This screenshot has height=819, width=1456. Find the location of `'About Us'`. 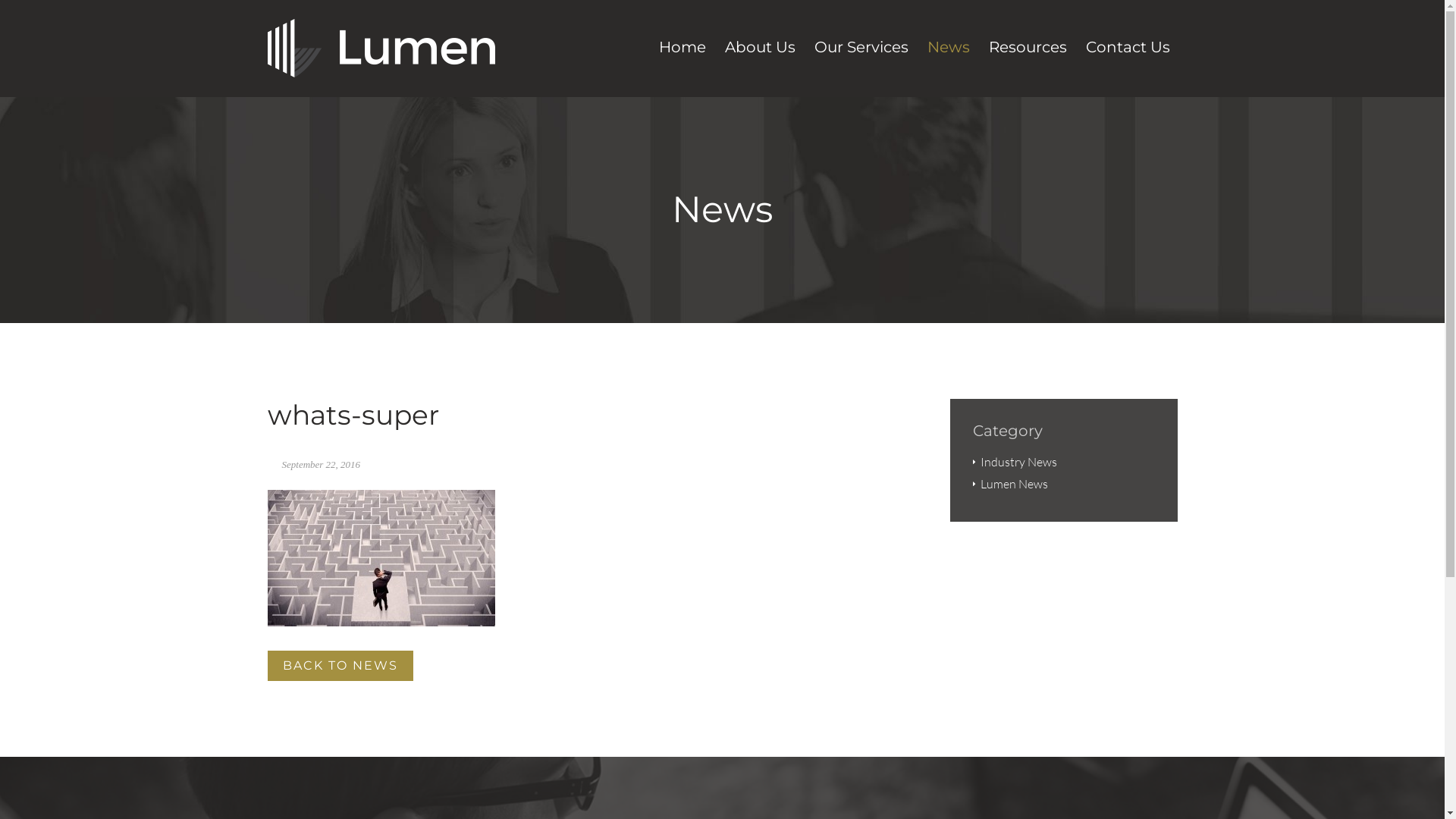

'About Us' is located at coordinates (760, 49).